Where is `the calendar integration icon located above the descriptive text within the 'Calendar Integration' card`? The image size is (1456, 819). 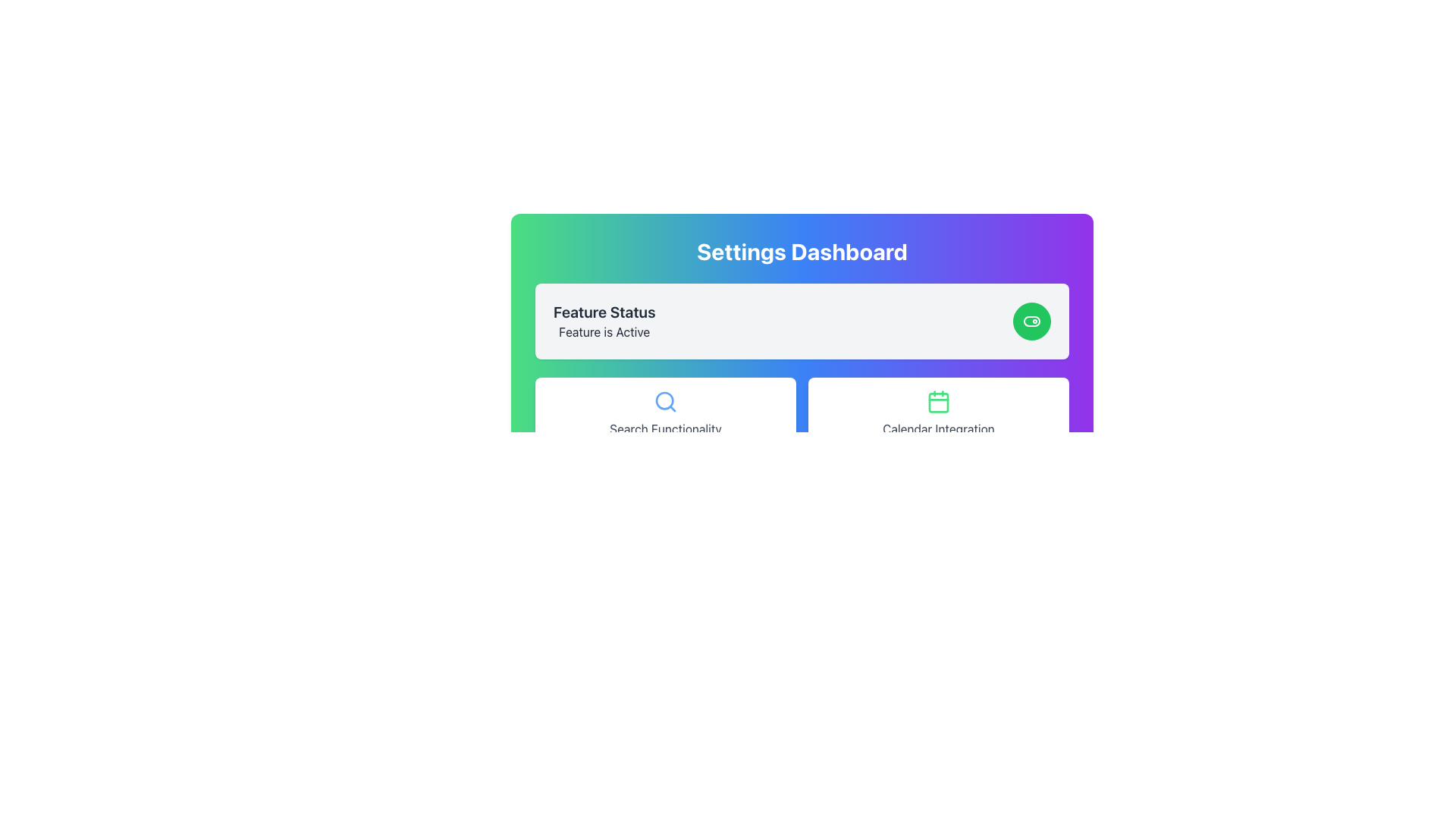 the calendar integration icon located above the descriptive text within the 'Calendar Integration' card is located at coordinates (938, 400).